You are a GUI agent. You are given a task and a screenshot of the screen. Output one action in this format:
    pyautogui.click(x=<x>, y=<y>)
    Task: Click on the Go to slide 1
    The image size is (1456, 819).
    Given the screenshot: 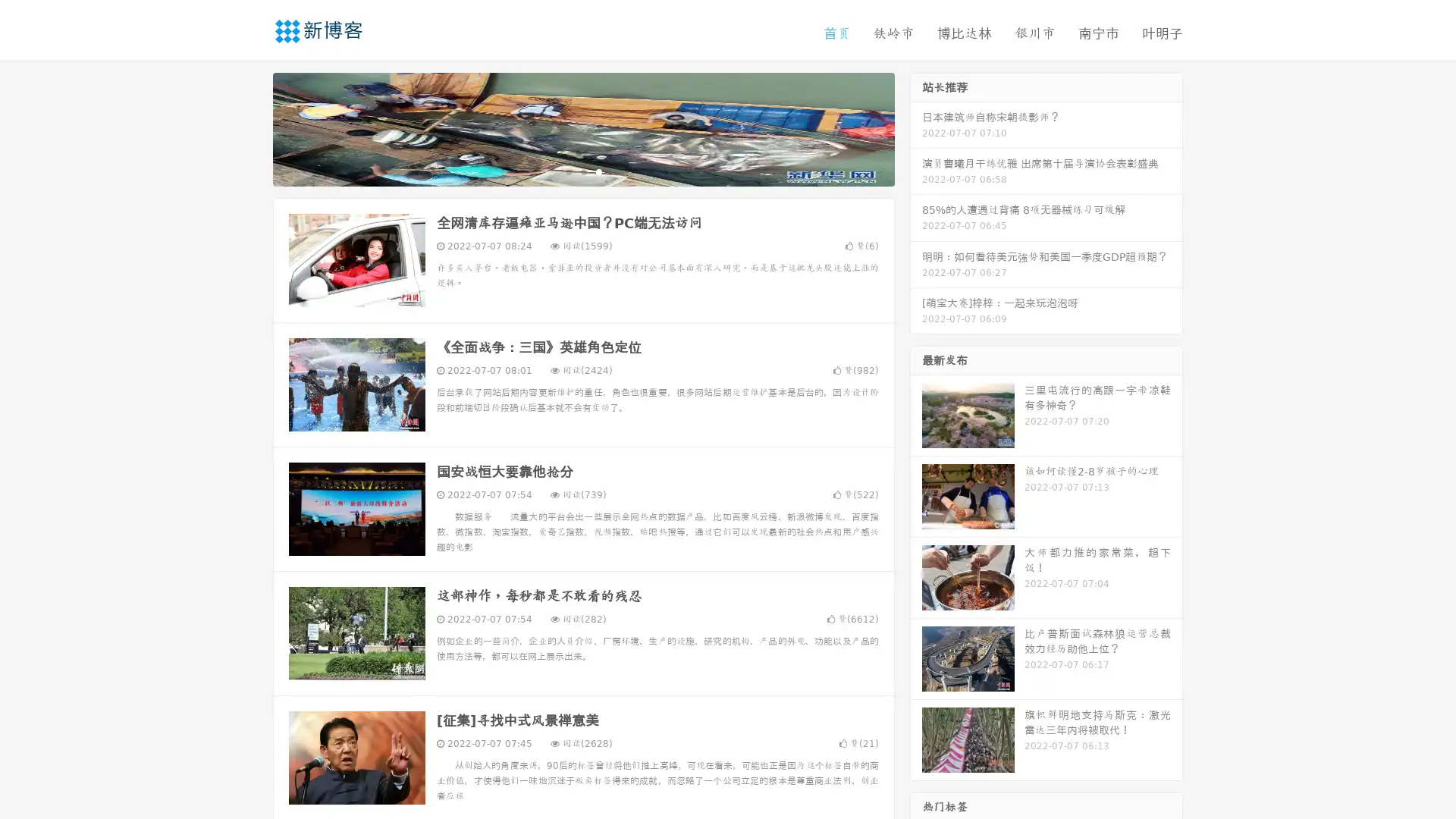 What is the action you would take?
    pyautogui.click(x=567, y=171)
    